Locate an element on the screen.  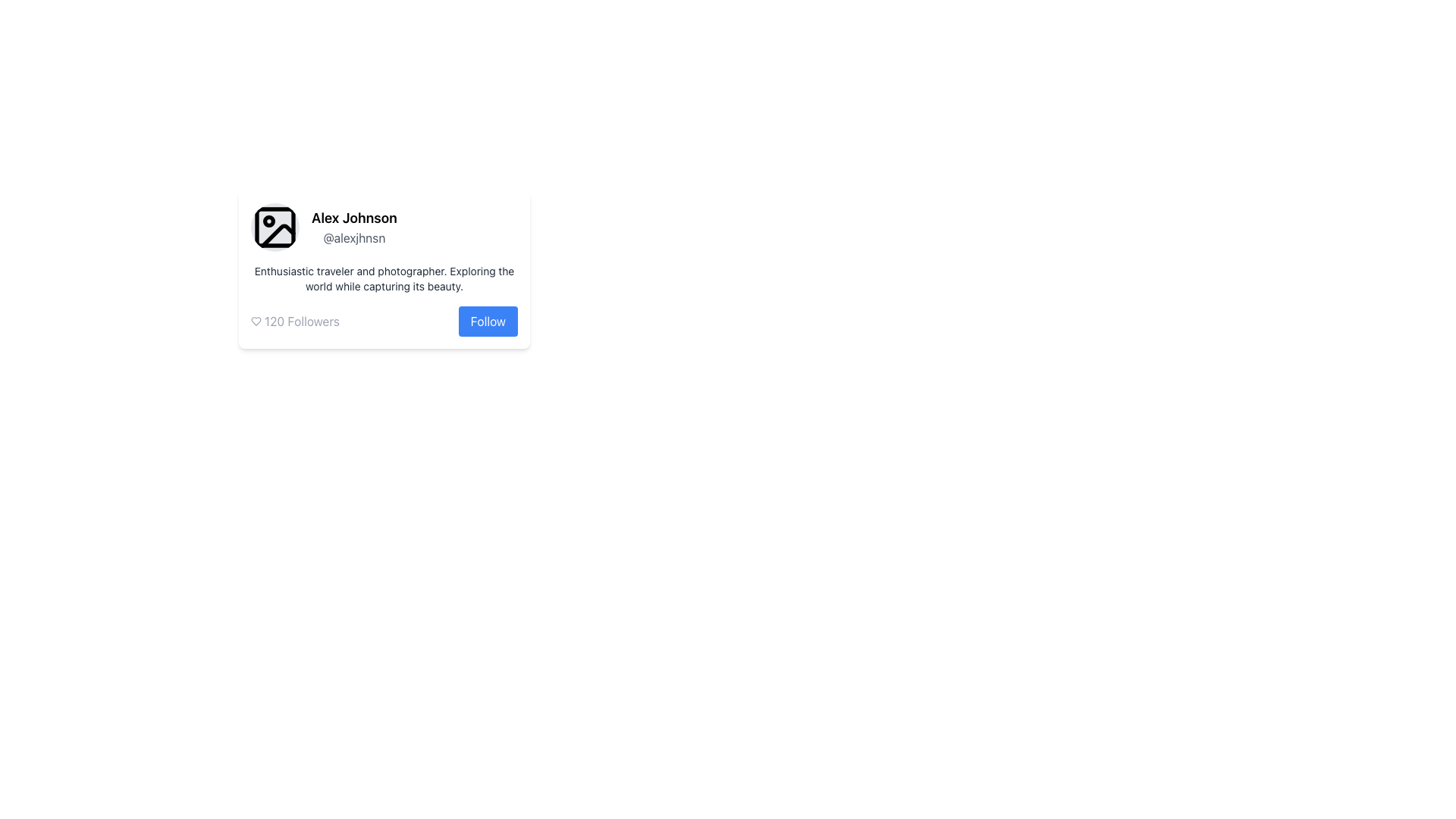
the prominently styled 'Follow' button with a blue background and white text to follow the profile is located at coordinates (488, 321).